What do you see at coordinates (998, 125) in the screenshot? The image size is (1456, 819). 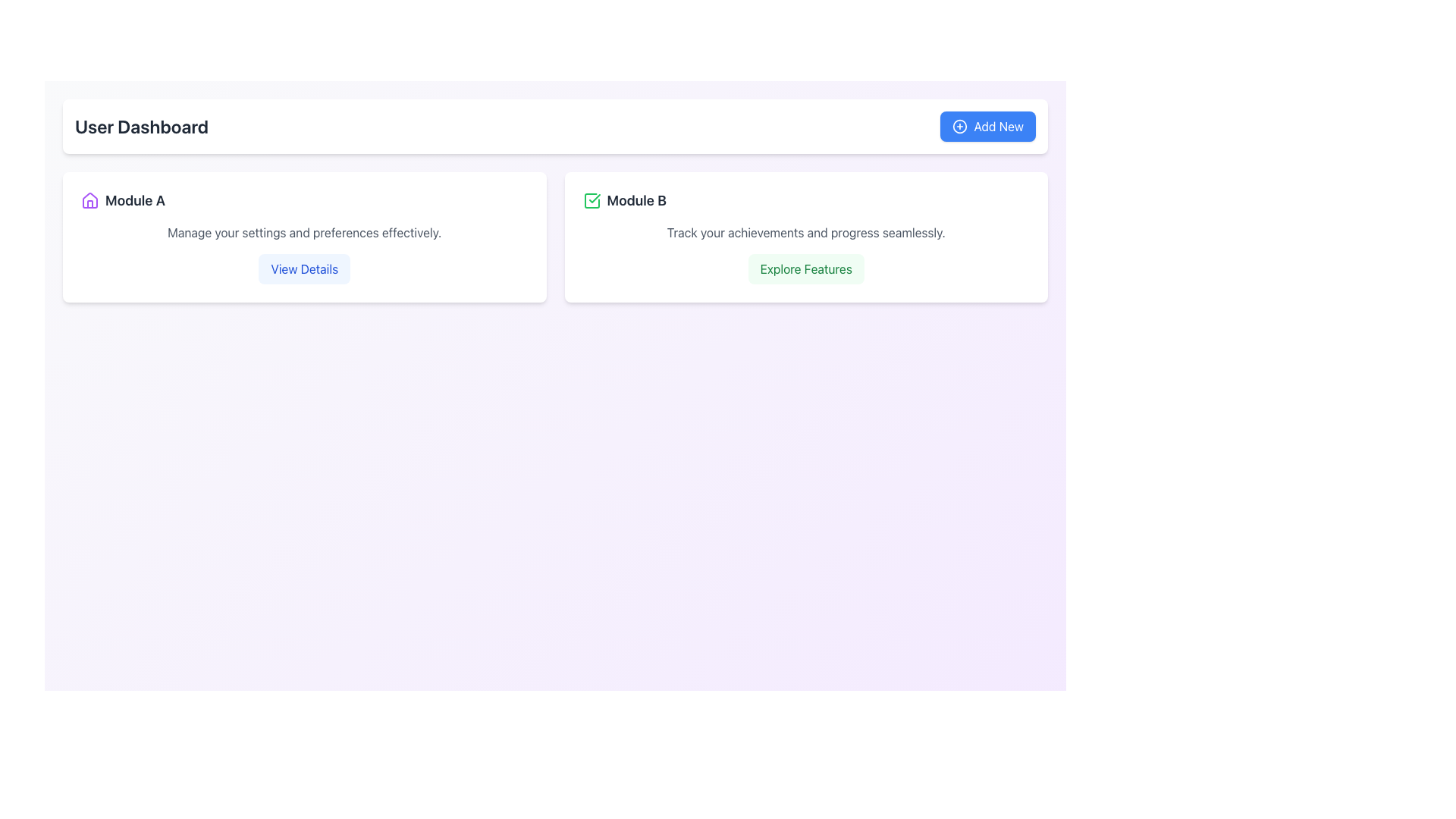 I see `the Text Label that serves as a label for the interactive button in the top-right corner of the interface to initiate its associated action` at bounding box center [998, 125].